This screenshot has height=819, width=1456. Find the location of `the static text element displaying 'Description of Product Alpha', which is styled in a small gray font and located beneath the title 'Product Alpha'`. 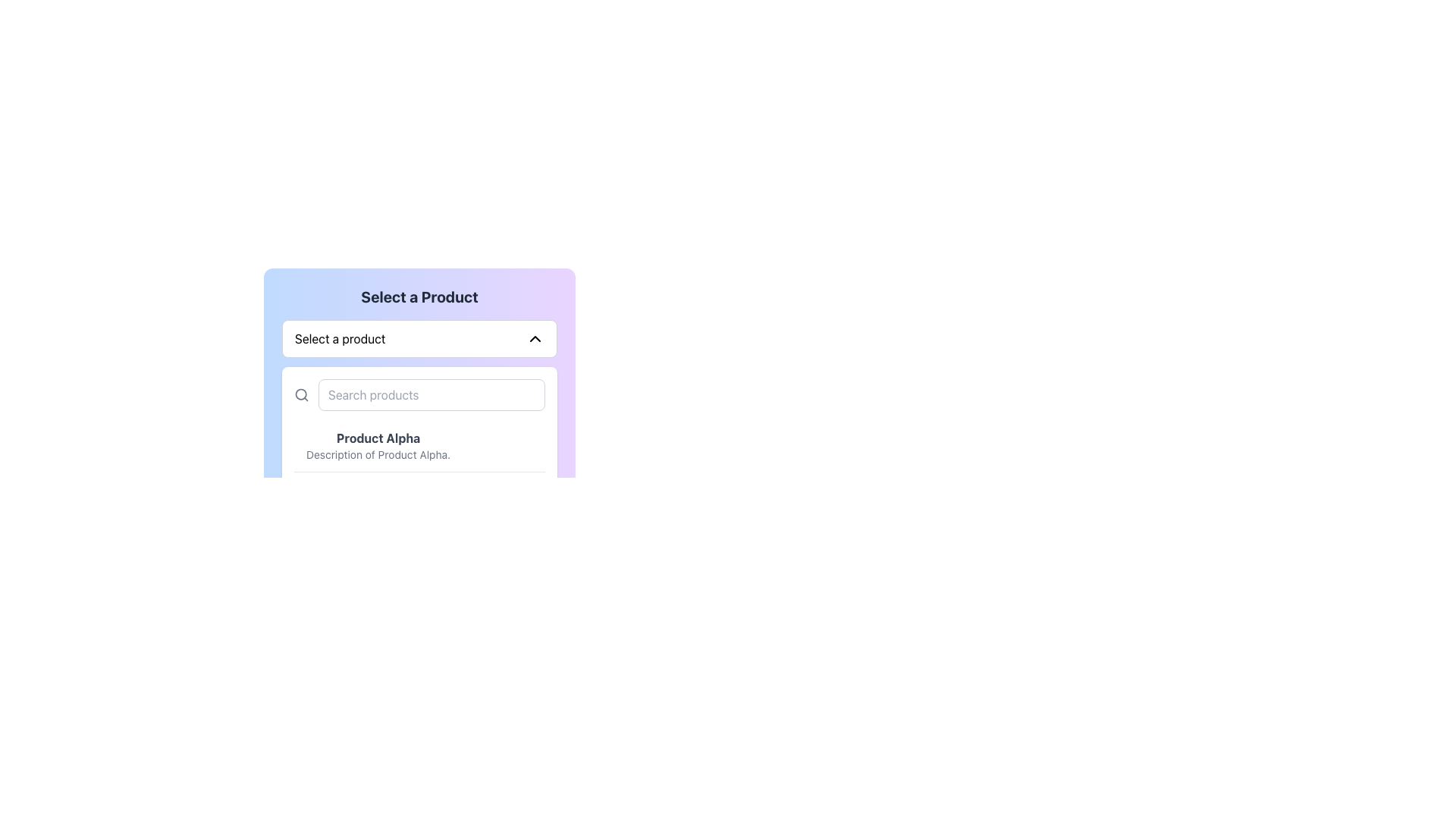

the static text element displaying 'Description of Product Alpha', which is styled in a small gray font and located beneath the title 'Product Alpha' is located at coordinates (378, 454).